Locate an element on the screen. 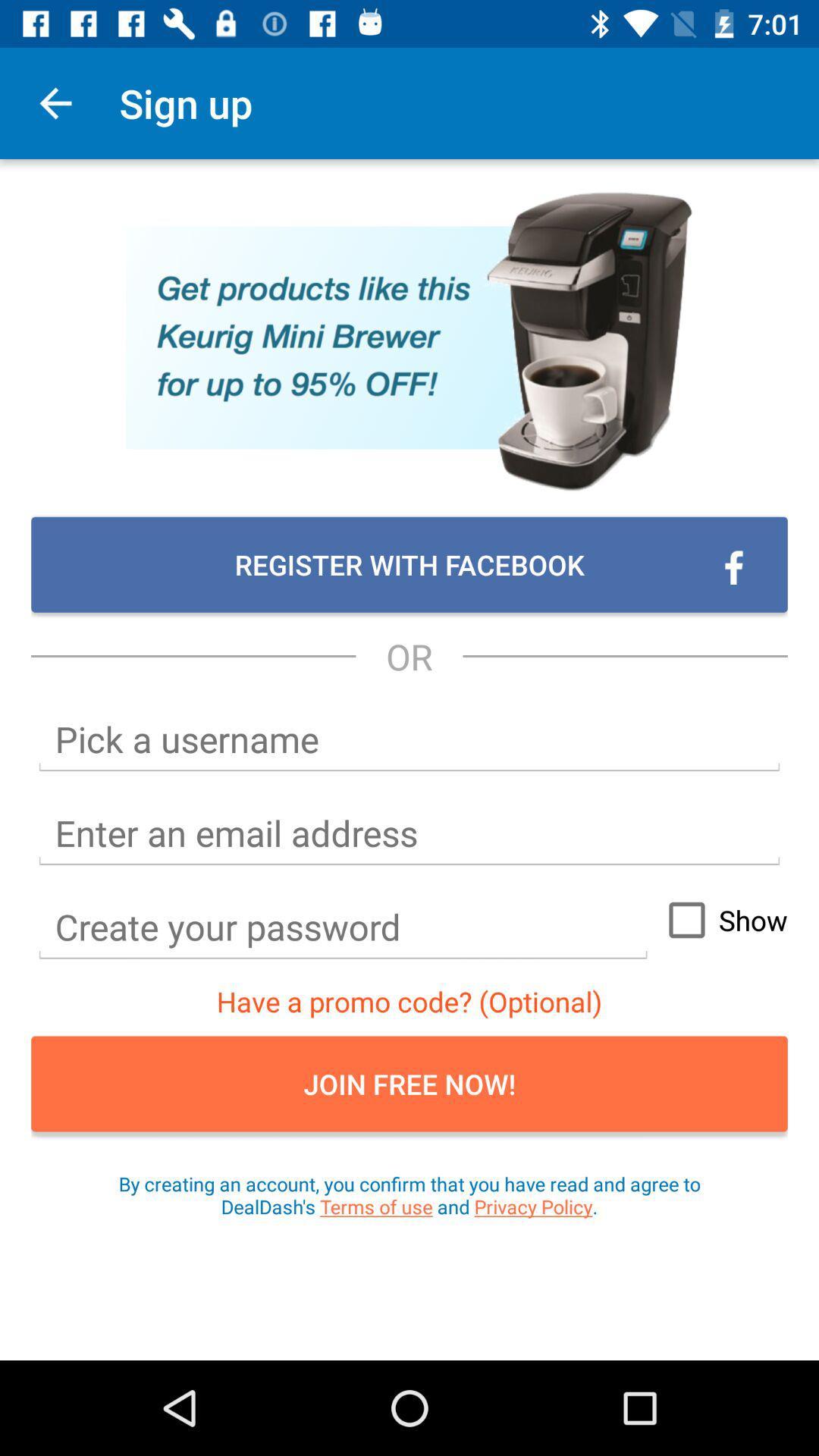  by creating an icon is located at coordinates (409, 1194).